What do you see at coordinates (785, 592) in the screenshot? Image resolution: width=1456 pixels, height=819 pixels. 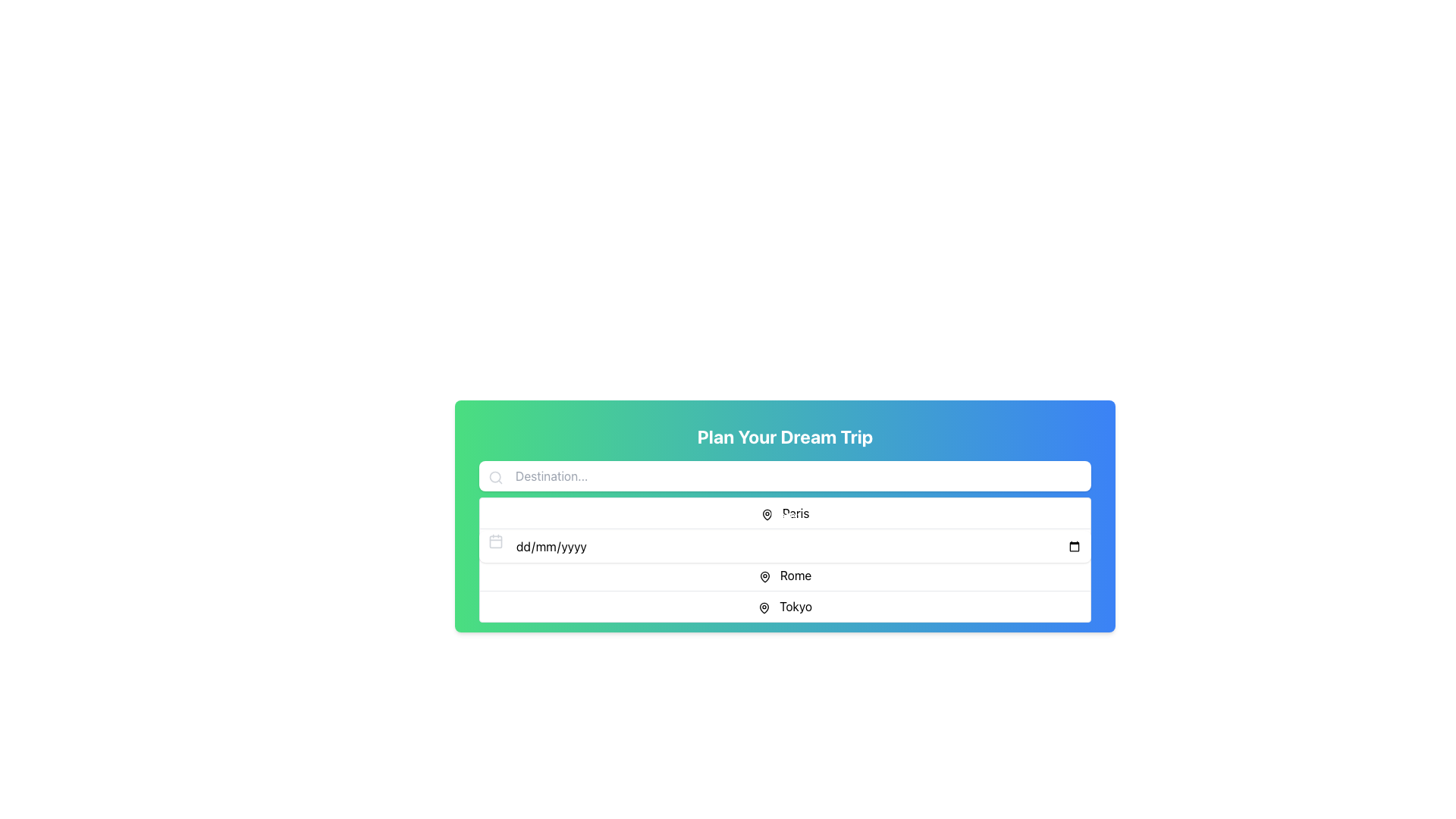 I see `the 'Plan Your Dream Trip' button to change its visual state before initiating the trip planning process` at bounding box center [785, 592].